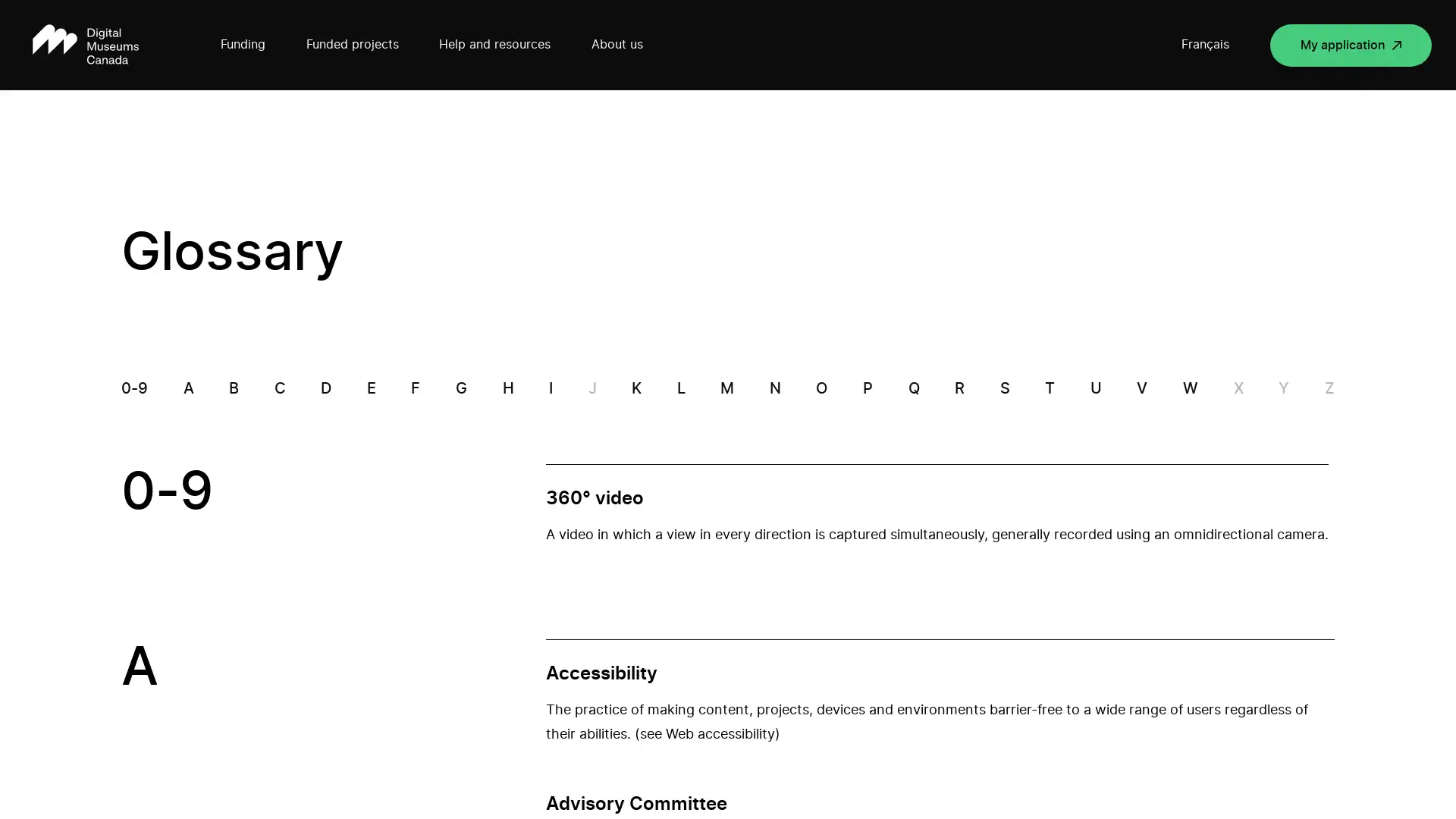 Image resolution: width=1456 pixels, height=819 pixels. I want to click on K, so click(636, 388).